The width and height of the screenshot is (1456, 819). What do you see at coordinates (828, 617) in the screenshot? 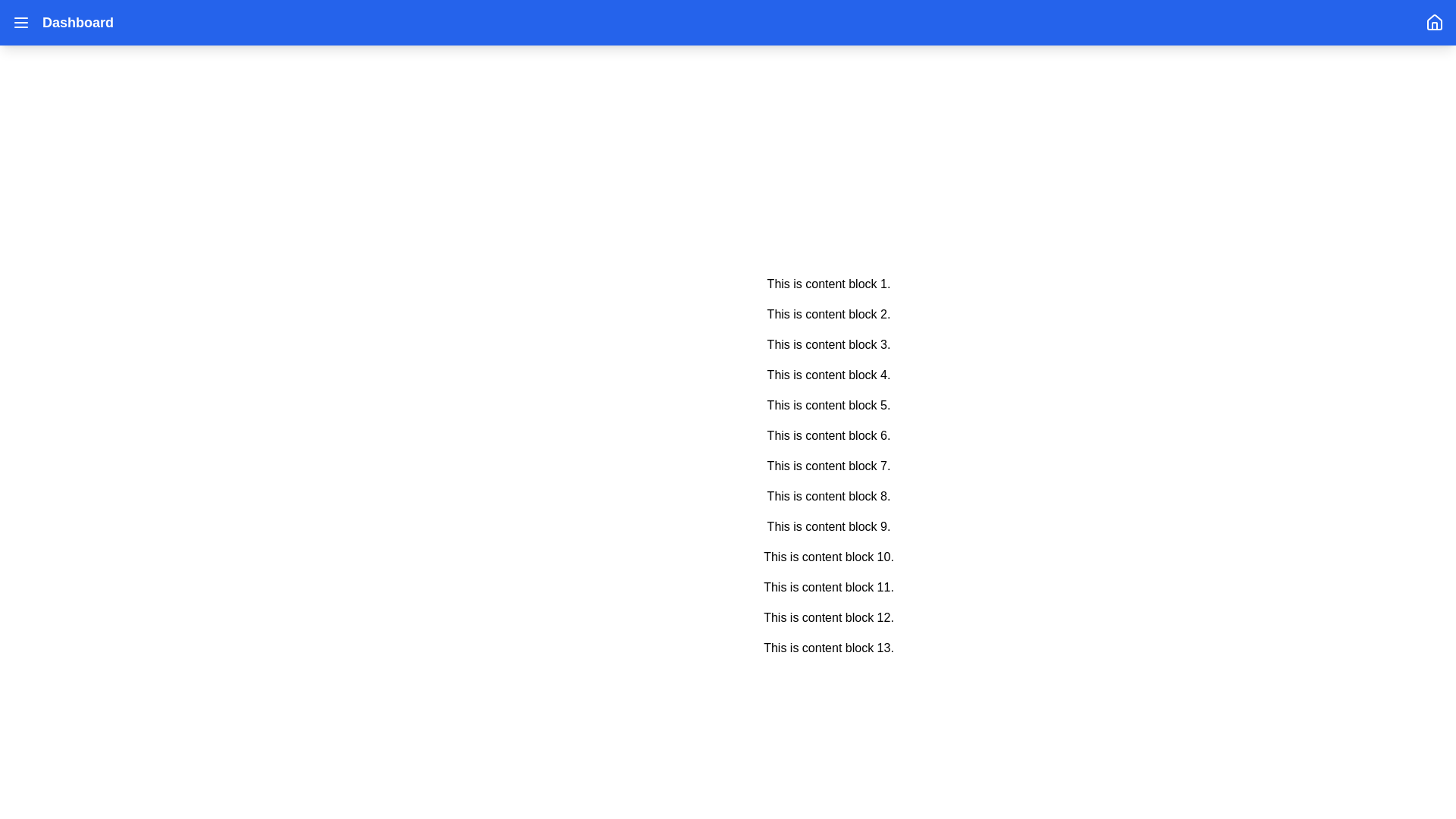
I see `the static text block displaying 'This is content block 12.' which is the twelfth item in the list` at bounding box center [828, 617].